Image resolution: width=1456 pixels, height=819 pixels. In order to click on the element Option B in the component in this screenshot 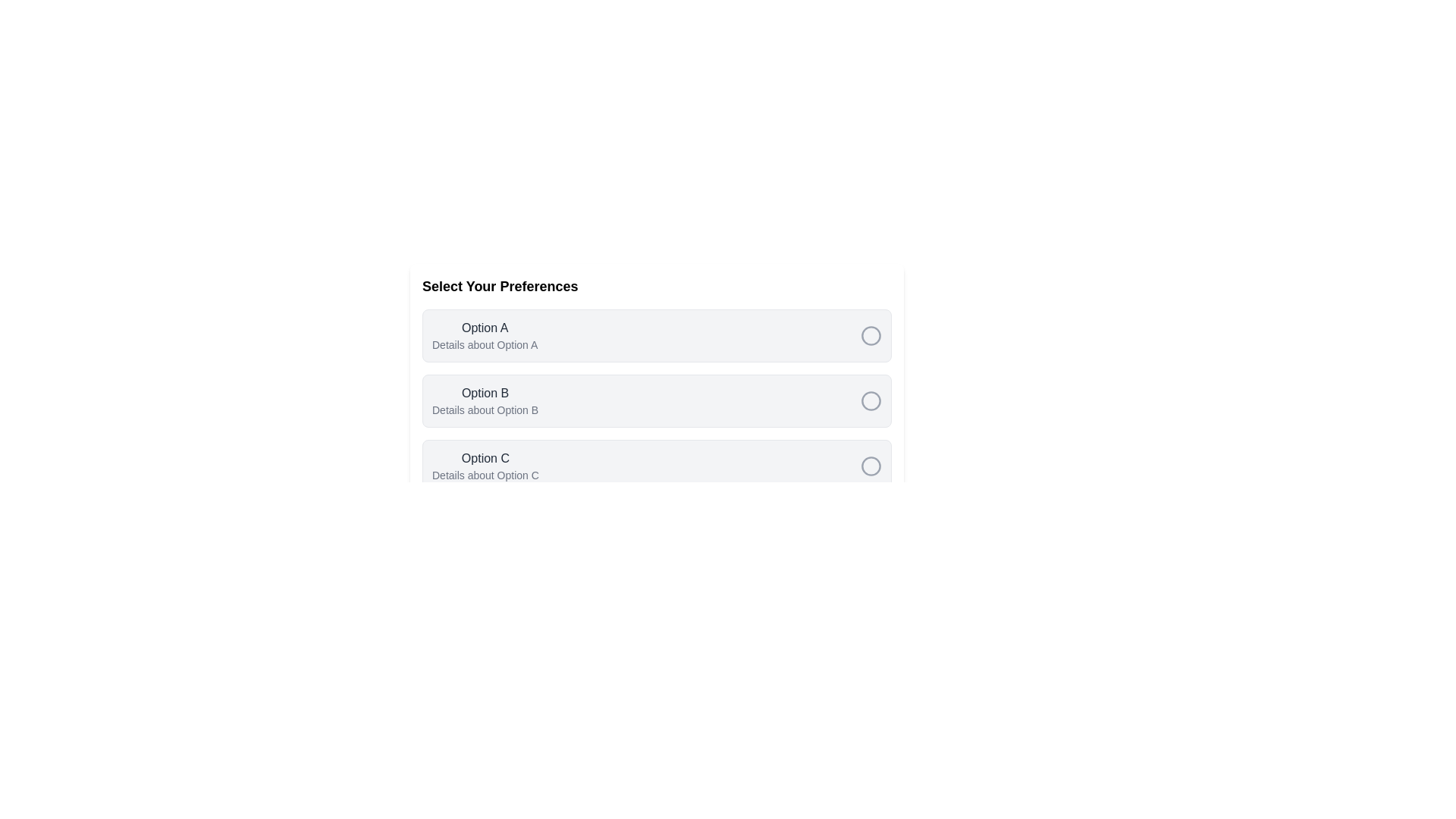, I will do `click(485, 400)`.